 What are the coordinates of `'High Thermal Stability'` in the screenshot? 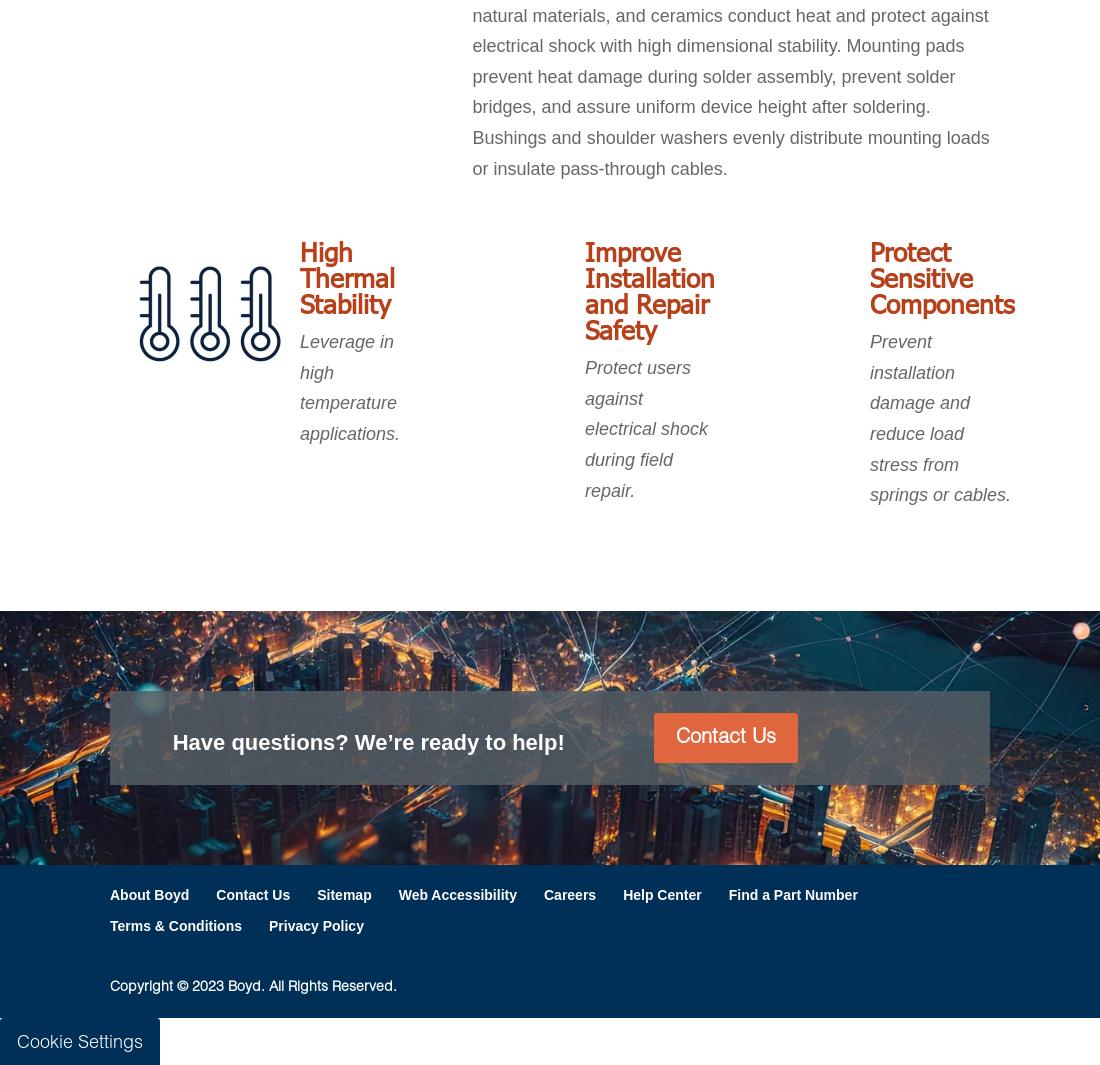 It's located at (347, 276).